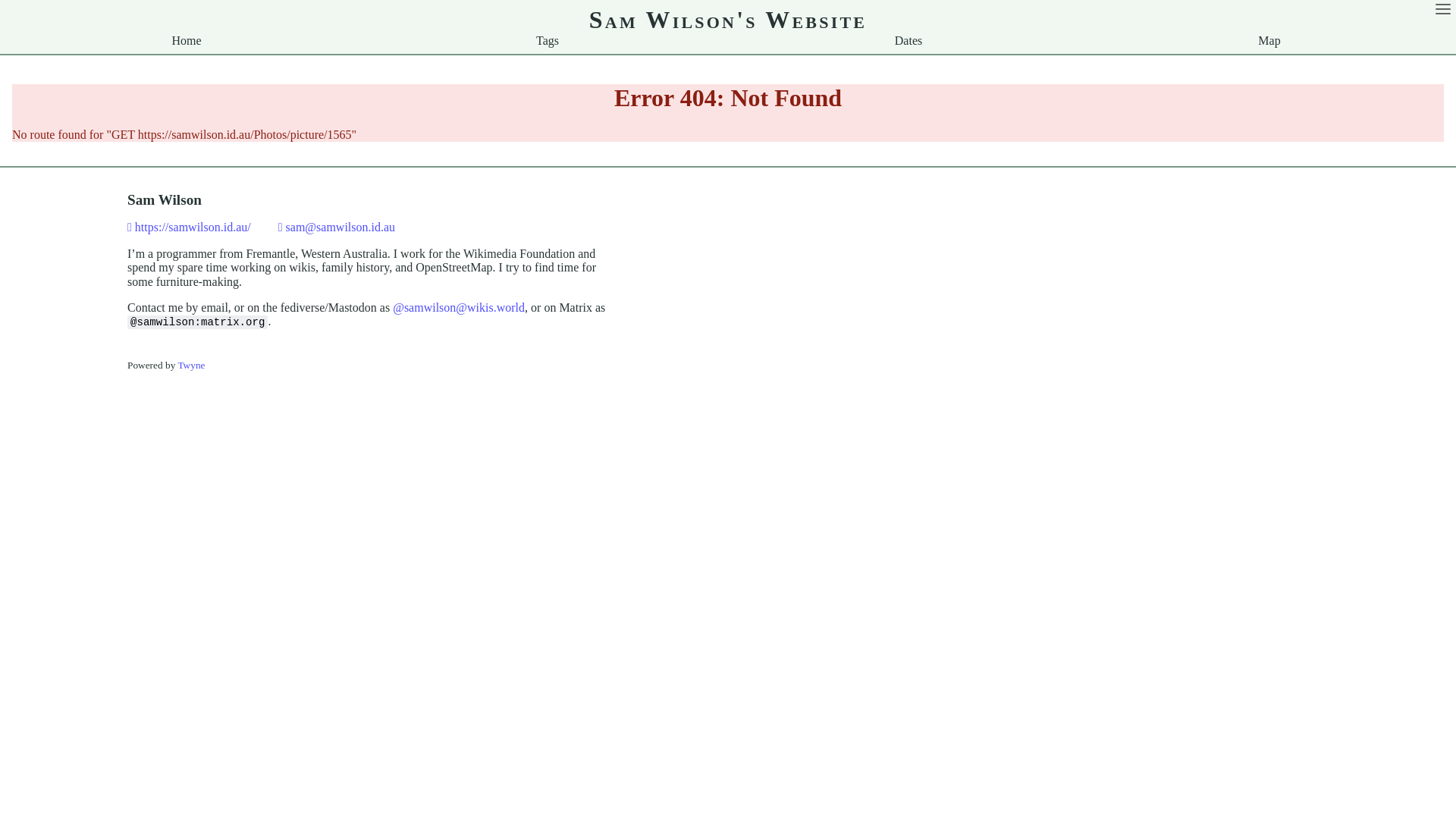 The height and width of the screenshot is (819, 1456). Describe the element at coordinates (908, 39) in the screenshot. I see `'Dates'` at that location.